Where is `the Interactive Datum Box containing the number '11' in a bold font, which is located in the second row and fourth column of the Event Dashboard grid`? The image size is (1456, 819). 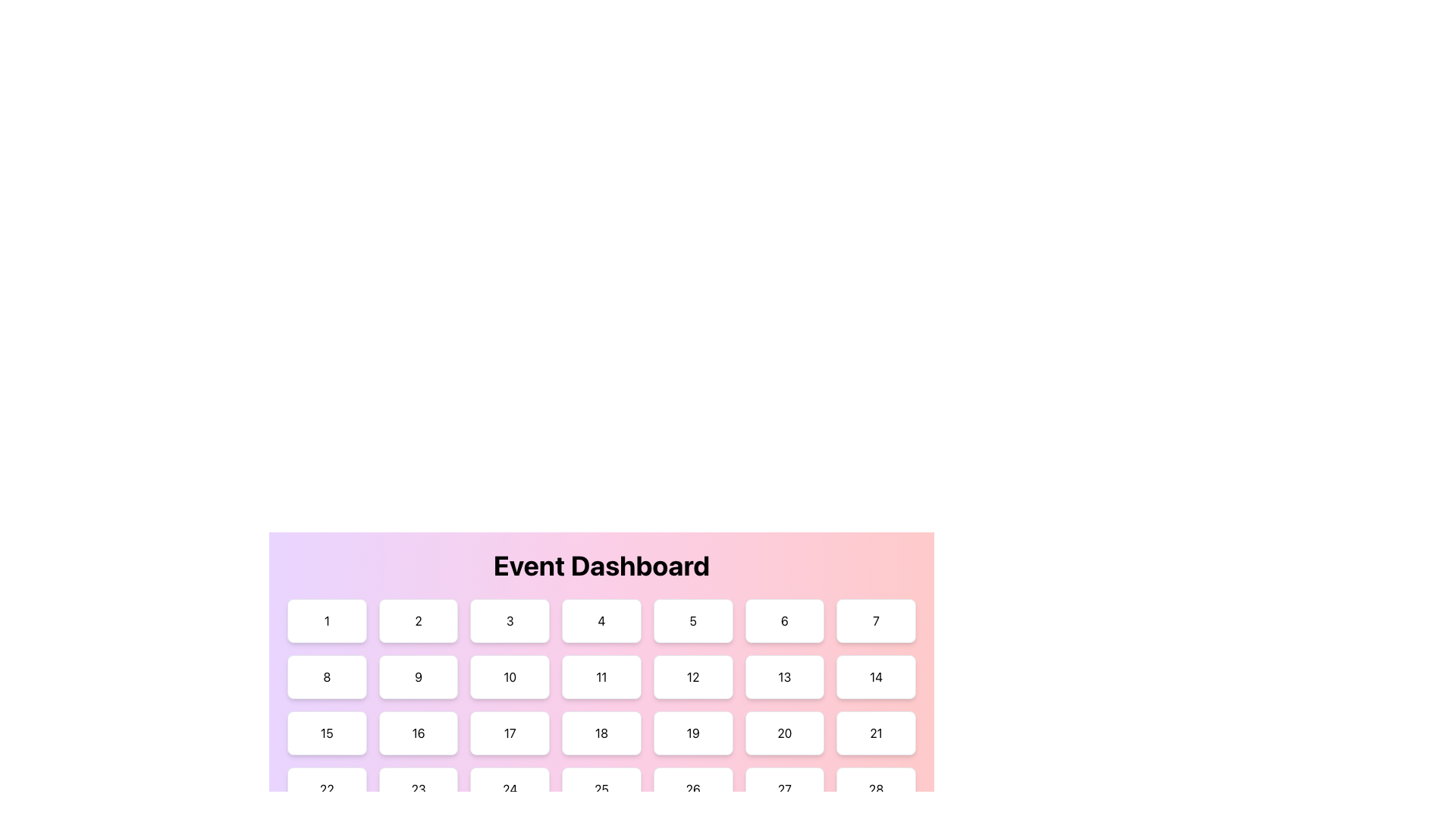
the Interactive Datum Box containing the number '11' in a bold font, which is located in the second row and fourth column of the Event Dashboard grid is located at coordinates (601, 651).